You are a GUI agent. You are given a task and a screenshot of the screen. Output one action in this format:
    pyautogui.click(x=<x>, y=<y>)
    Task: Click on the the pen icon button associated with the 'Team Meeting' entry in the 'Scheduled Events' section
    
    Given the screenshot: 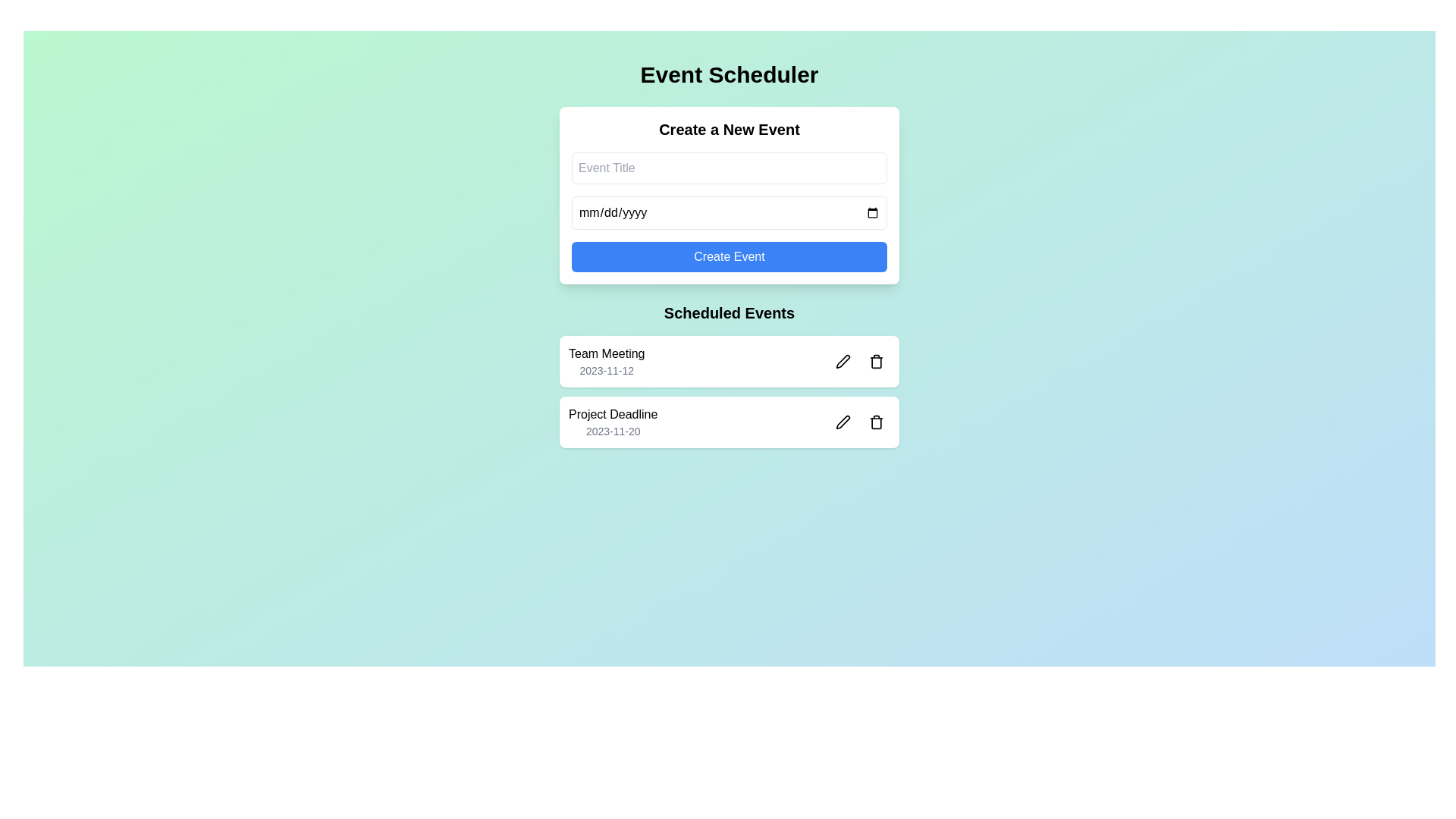 What is the action you would take?
    pyautogui.click(x=843, y=421)
    